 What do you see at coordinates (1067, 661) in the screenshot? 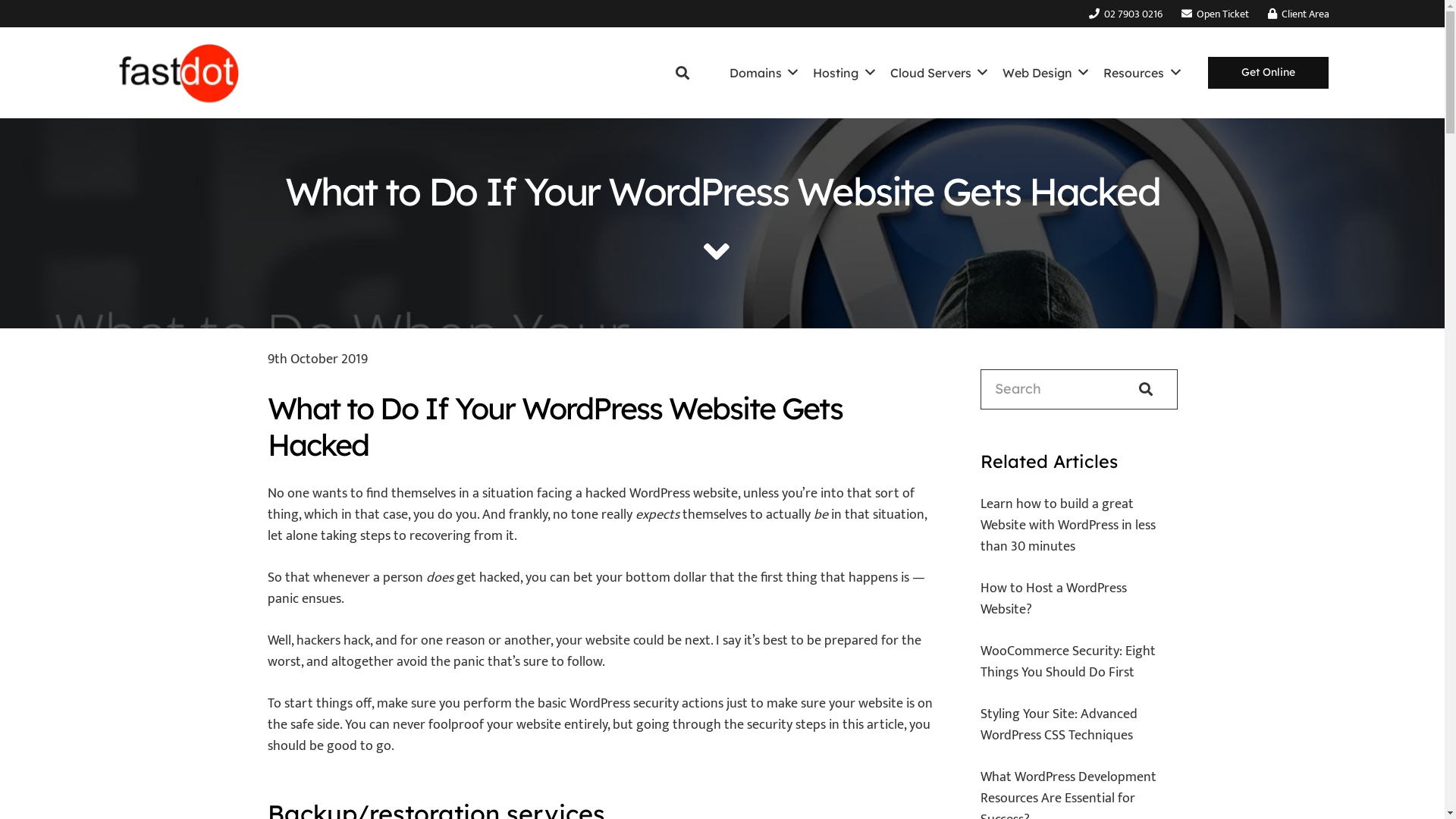
I see `'WooCommerce Security: Eight Things You Should Do First'` at bounding box center [1067, 661].